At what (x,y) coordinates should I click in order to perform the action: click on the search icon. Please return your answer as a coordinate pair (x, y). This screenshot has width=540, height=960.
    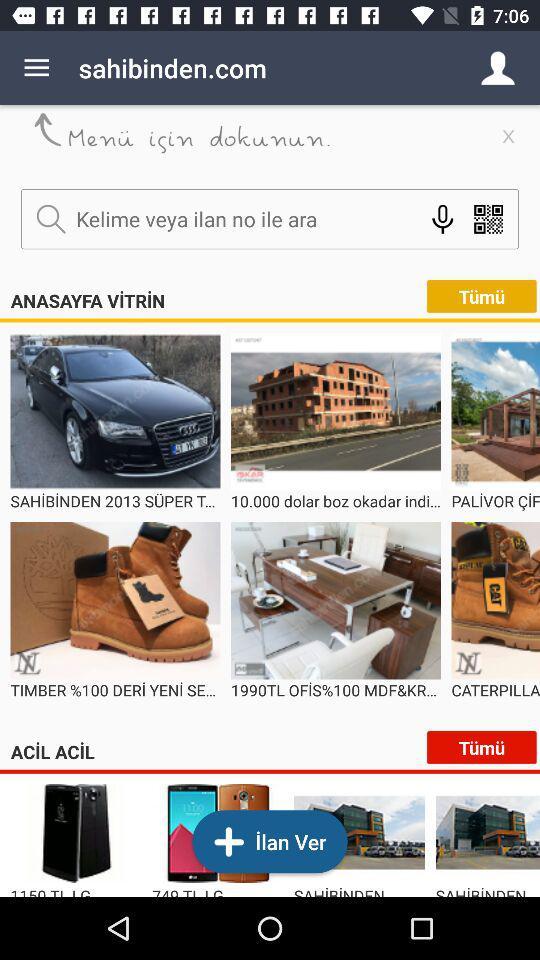
    Looking at the image, I should click on (51, 219).